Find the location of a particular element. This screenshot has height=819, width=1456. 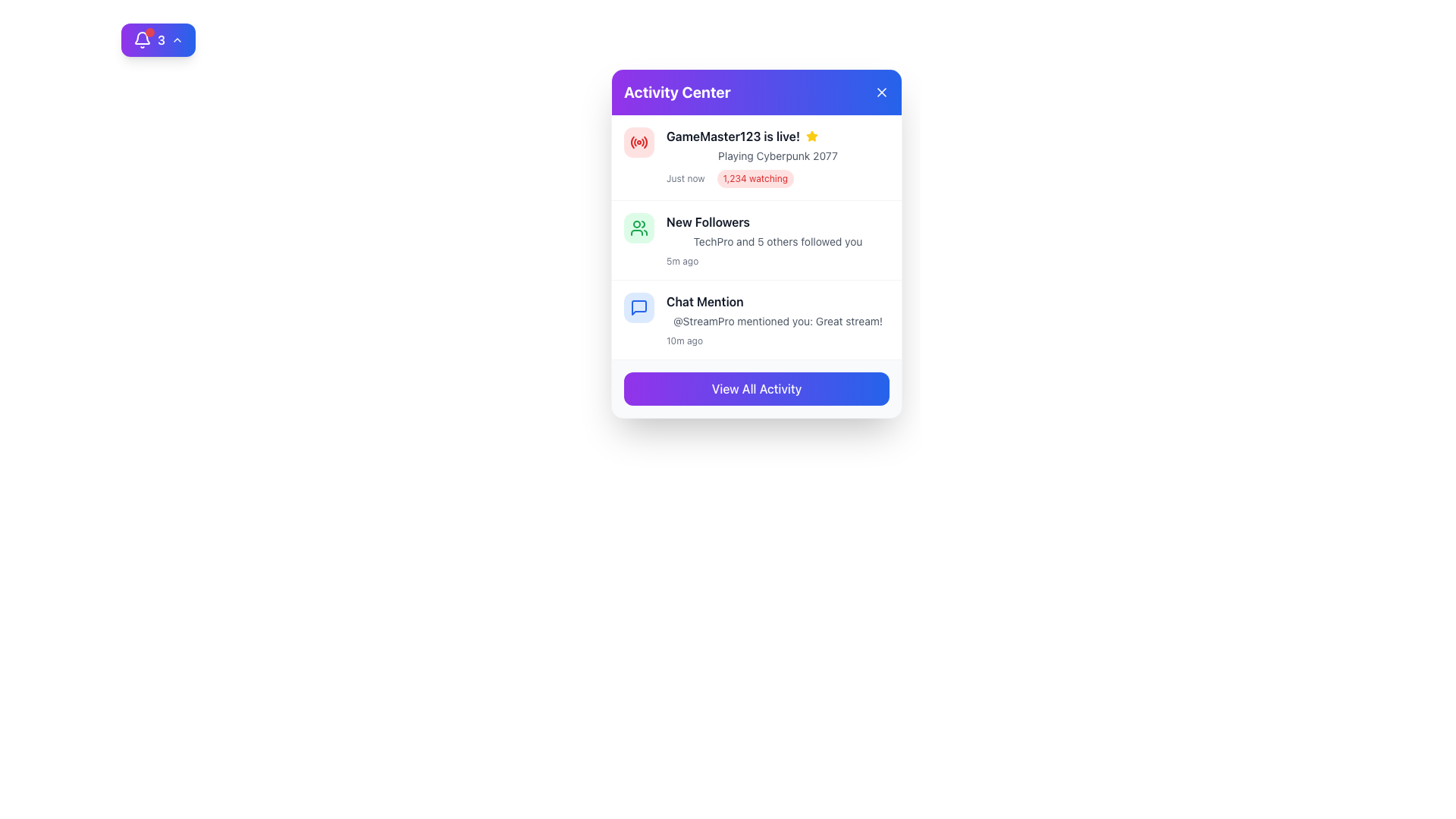

the live broadcasting indicator icon located in the upper-left section of the 'Activity Center' card, adjacent to the text 'GameMaster123 is live!' is located at coordinates (639, 143).